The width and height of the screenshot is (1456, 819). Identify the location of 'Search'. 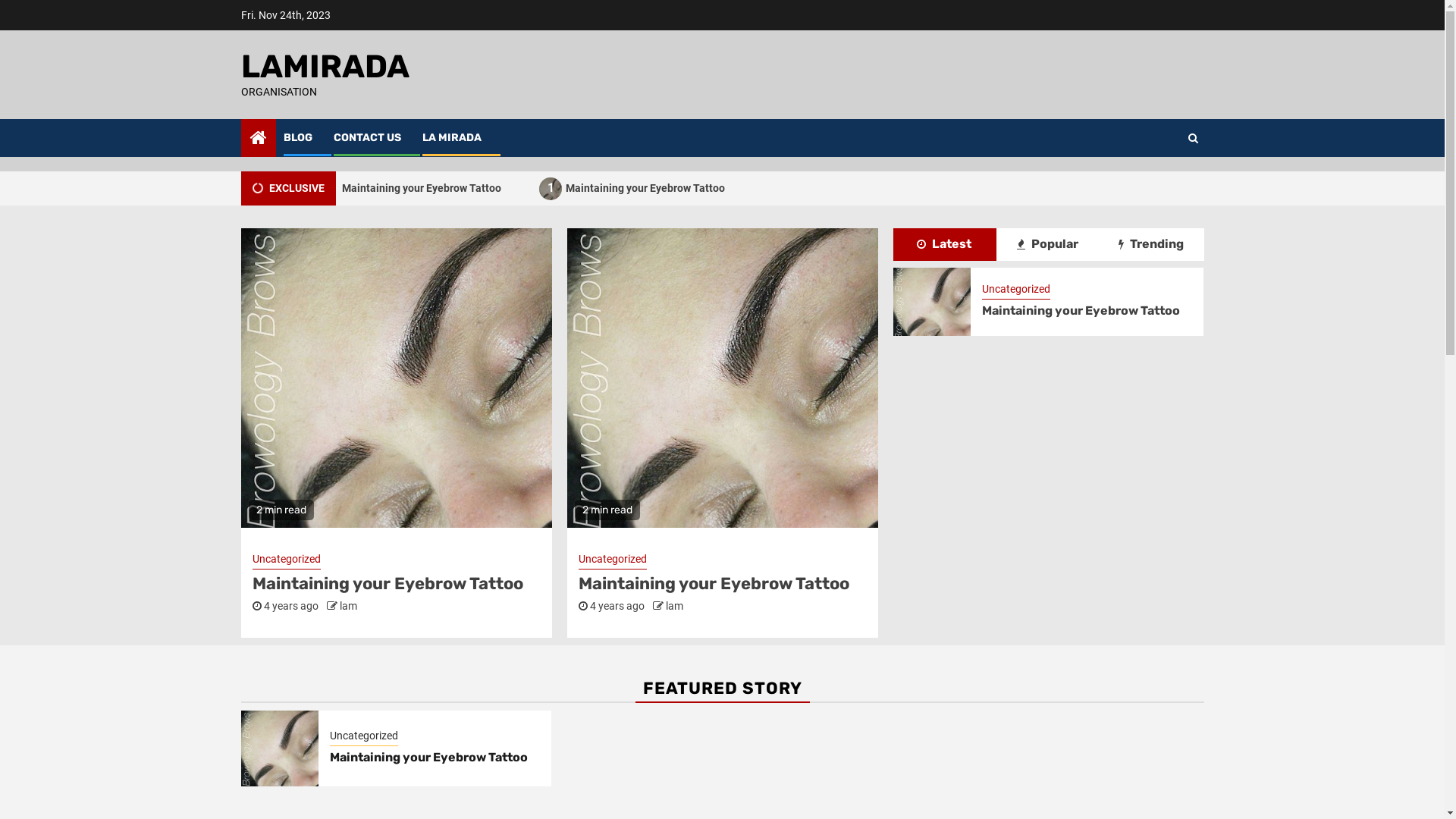
(1163, 183).